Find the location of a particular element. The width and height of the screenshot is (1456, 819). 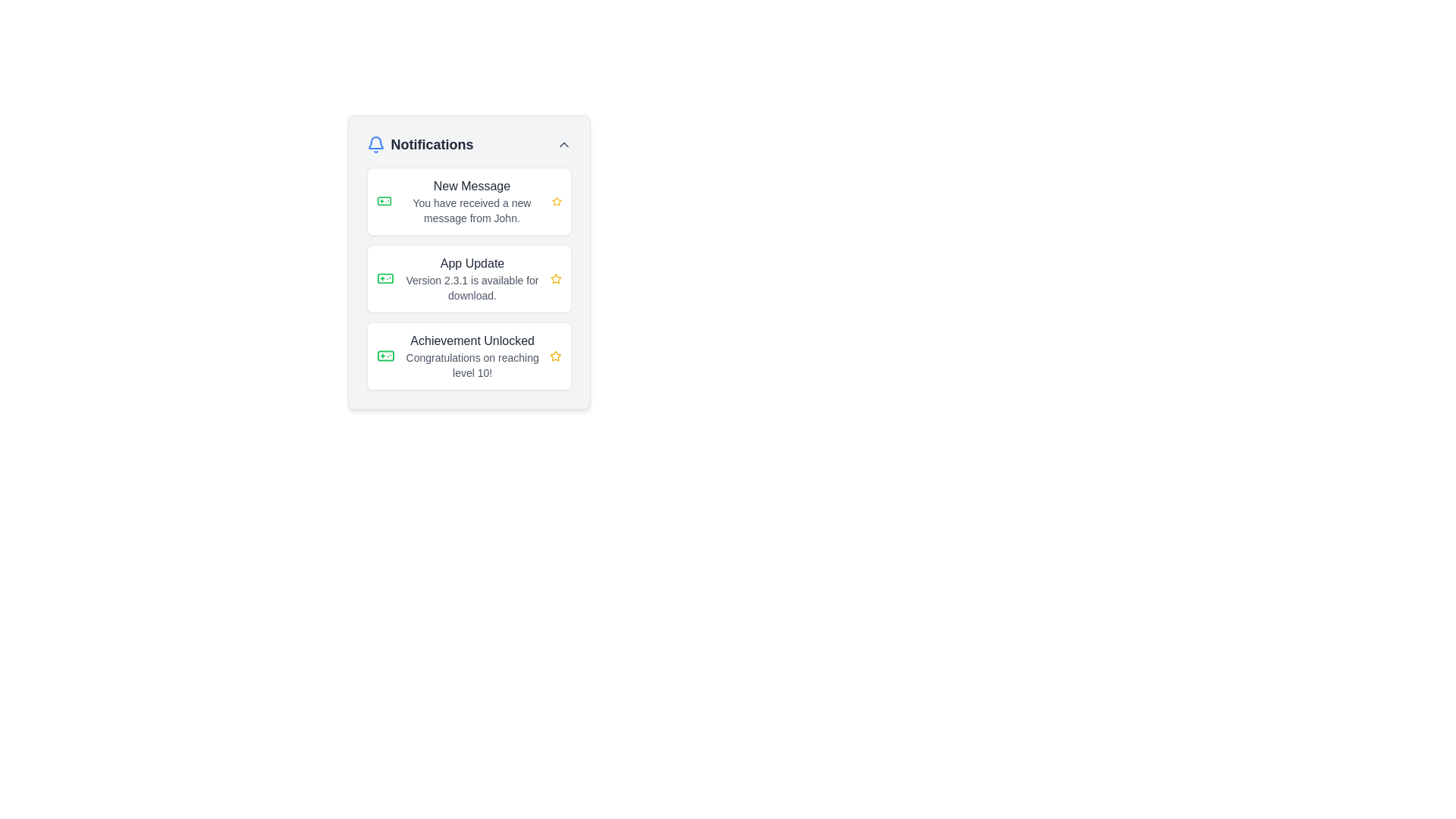

the text label displaying 'Congratulations on reaching level 10!', which is styled in a smaller font size and subdued gray color, located below the 'Achievement Unlocked' heading in the notification card is located at coordinates (472, 366).